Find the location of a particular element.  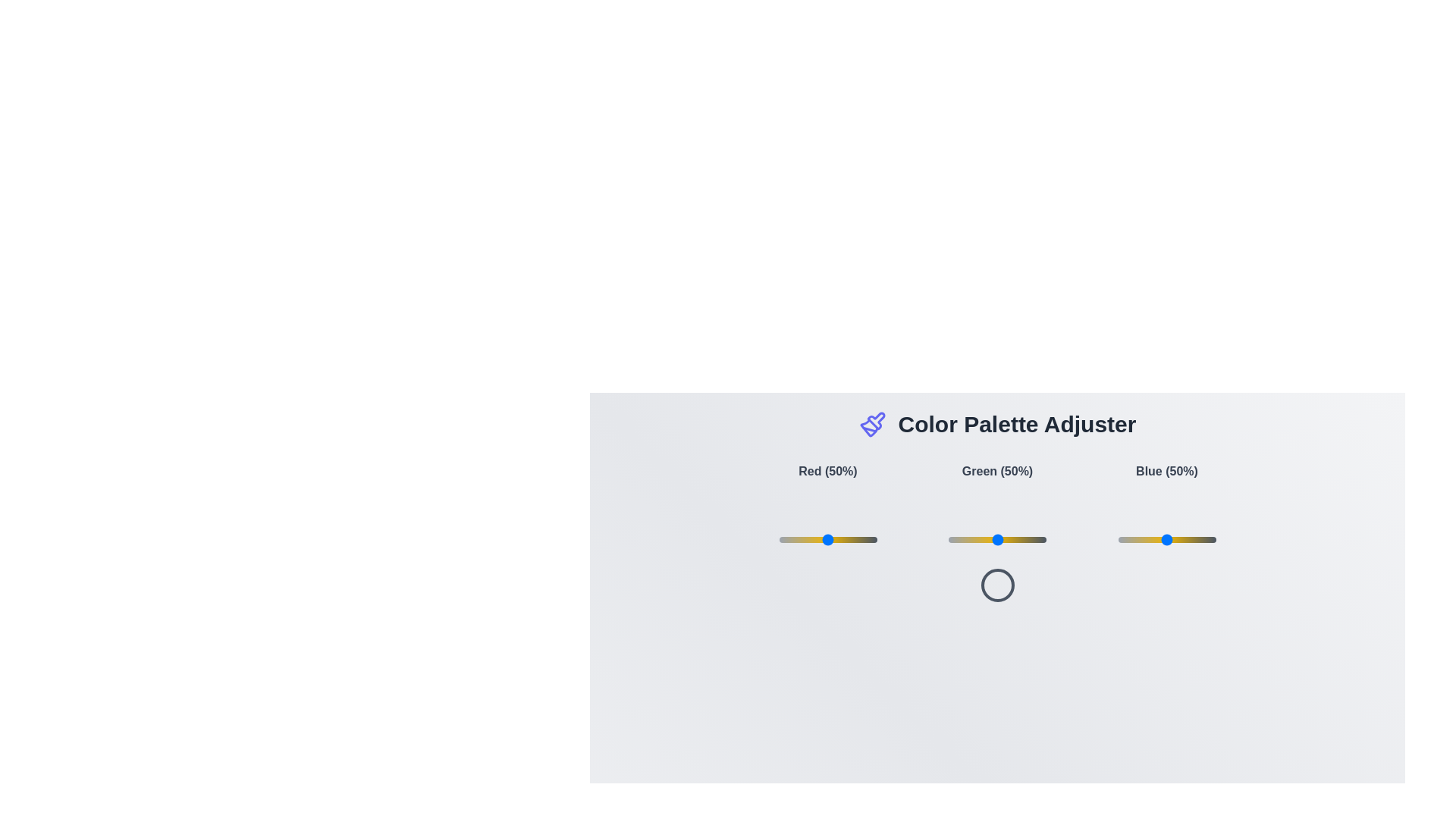

the blue color slider to 57% is located at coordinates (1173, 539).